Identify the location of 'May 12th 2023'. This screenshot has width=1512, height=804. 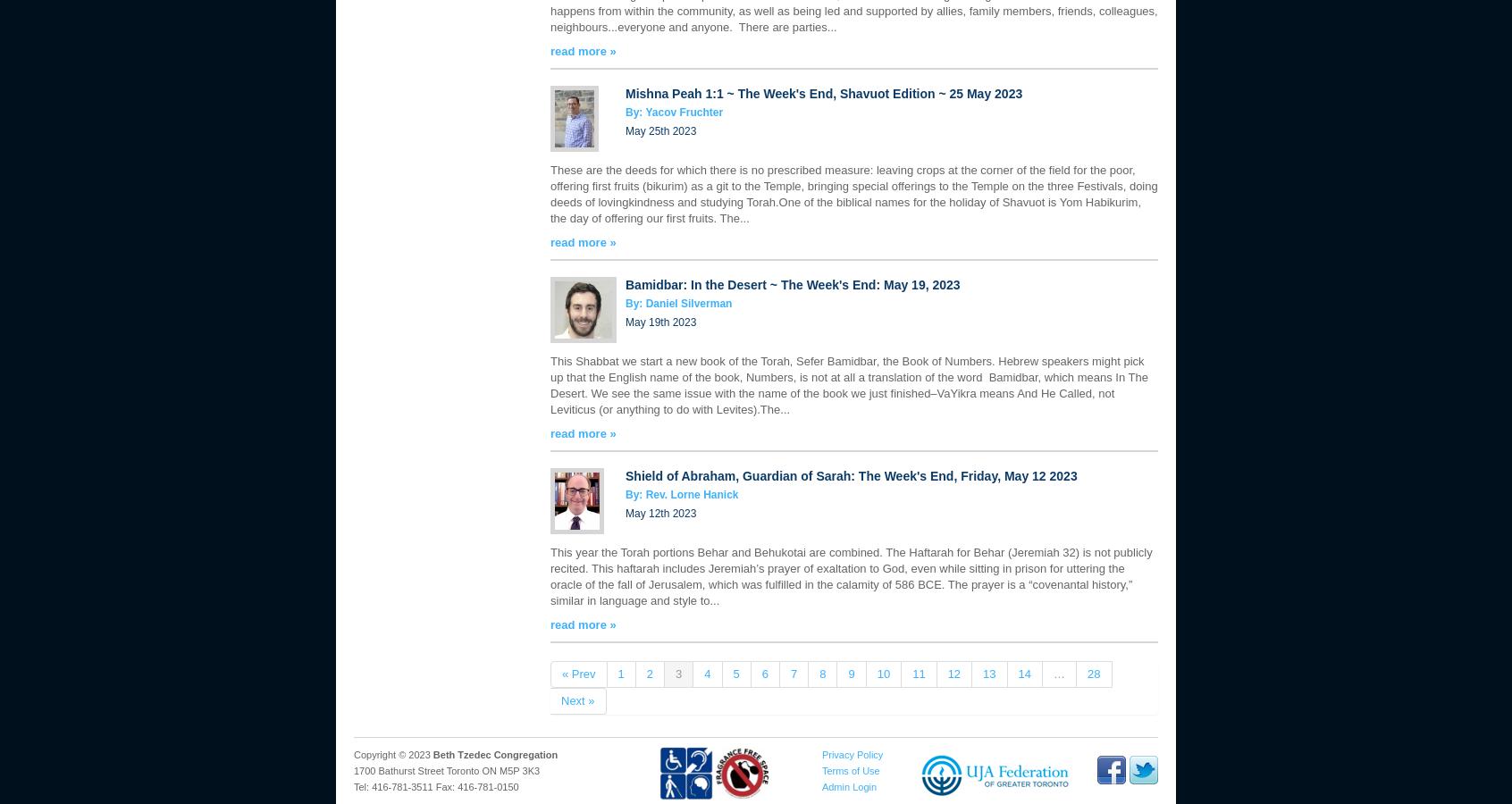
(625, 514).